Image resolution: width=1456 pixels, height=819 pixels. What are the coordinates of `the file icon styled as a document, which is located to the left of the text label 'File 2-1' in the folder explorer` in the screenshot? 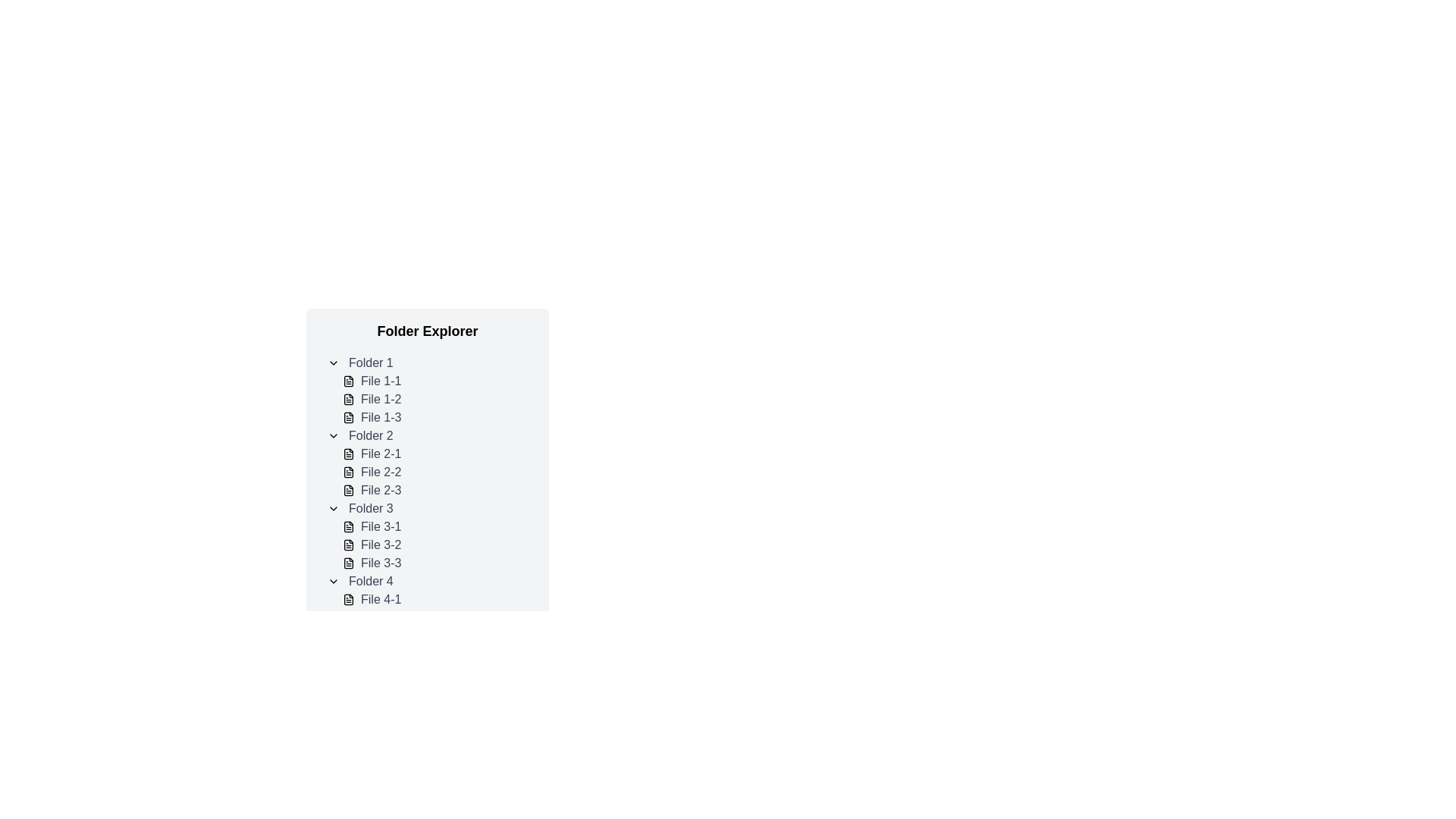 It's located at (348, 453).